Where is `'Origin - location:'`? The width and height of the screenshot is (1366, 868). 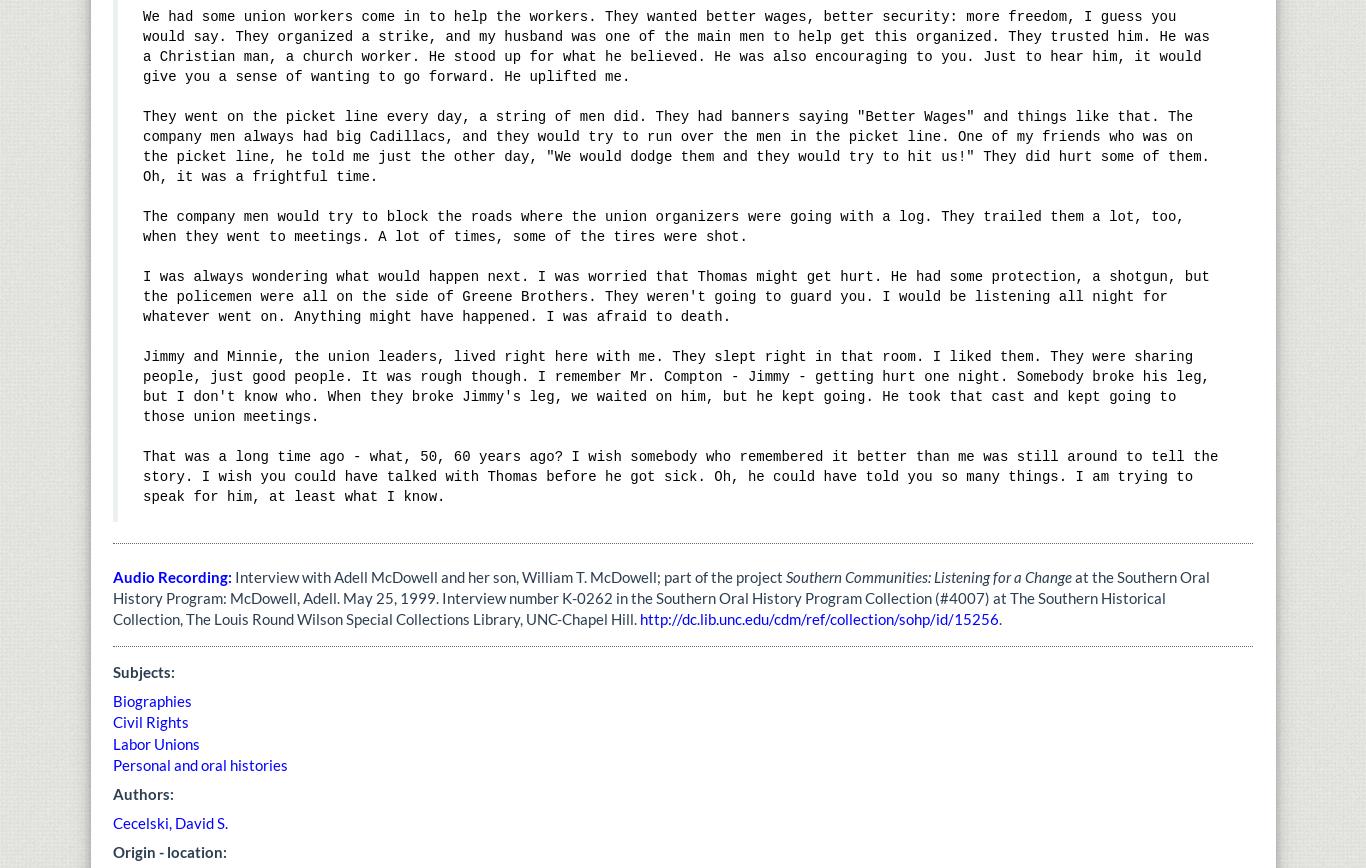 'Origin - location:' is located at coordinates (170, 850).